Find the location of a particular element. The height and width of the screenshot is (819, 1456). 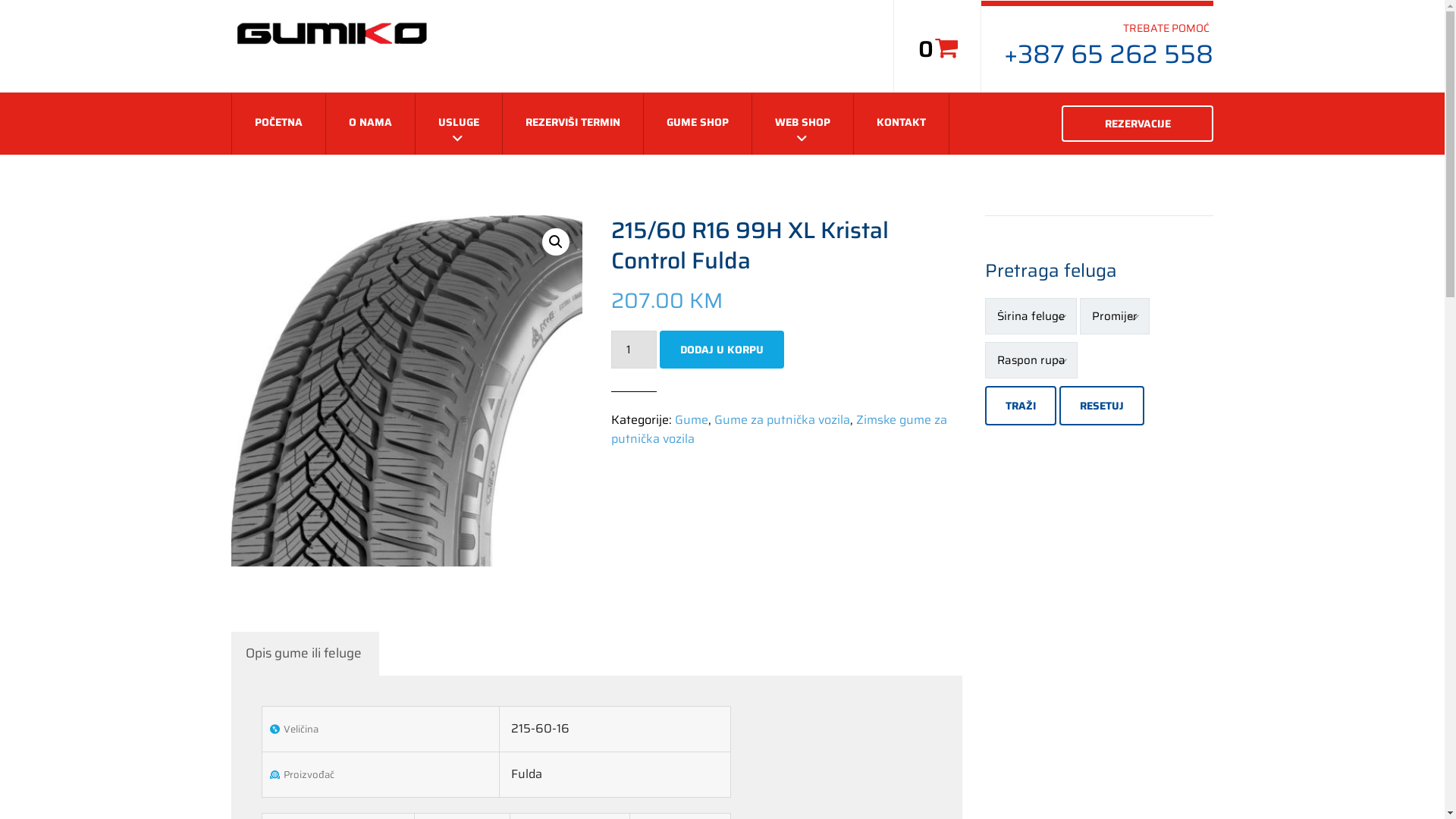

'GUME SHOP' is located at coordinates (696, 122).